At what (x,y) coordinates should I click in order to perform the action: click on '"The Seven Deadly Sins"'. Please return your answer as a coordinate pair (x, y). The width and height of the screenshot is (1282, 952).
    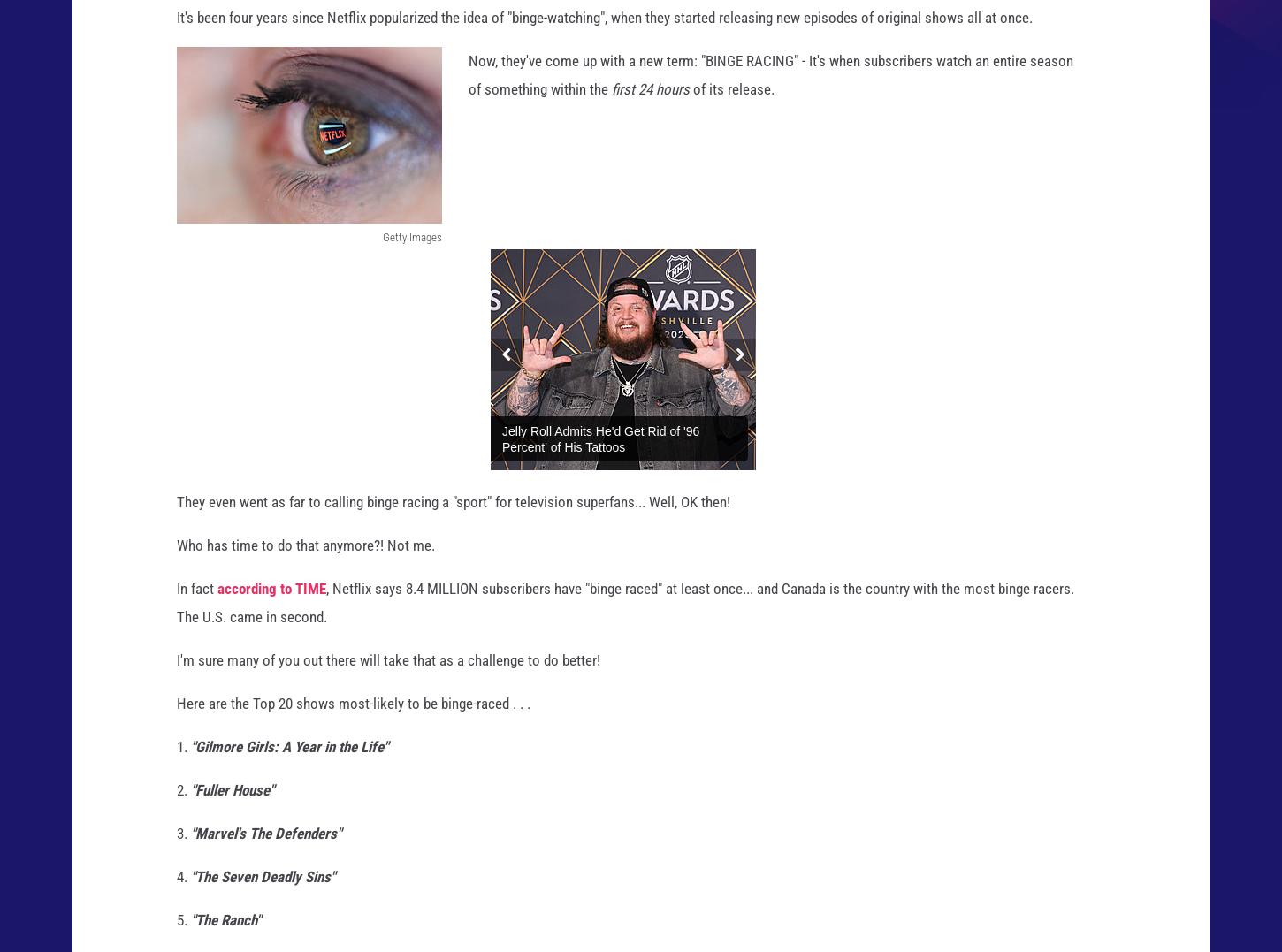
    Looking at the image, I should click on (263, 892).